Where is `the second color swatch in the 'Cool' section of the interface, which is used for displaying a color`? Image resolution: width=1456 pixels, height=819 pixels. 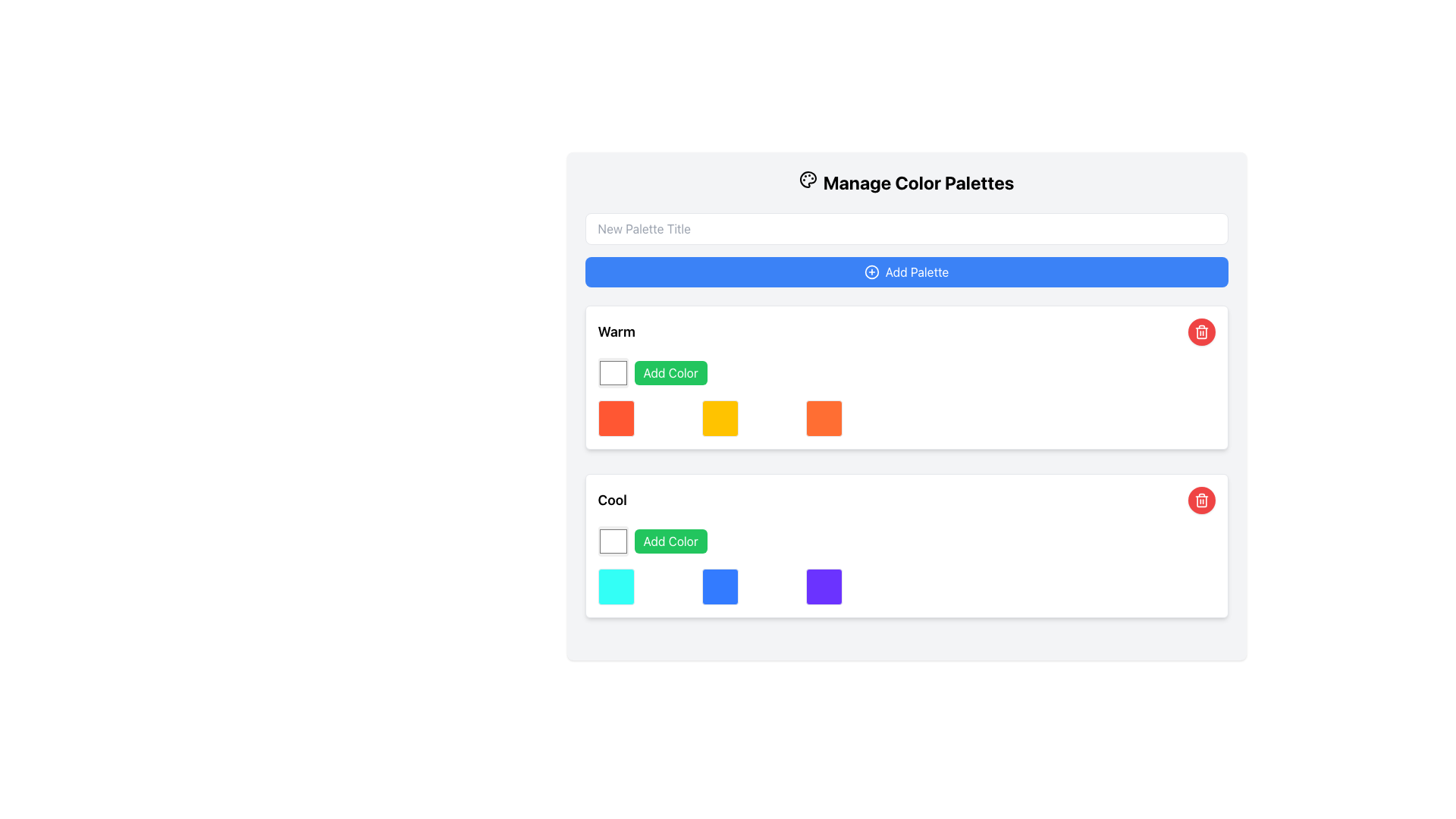
the second color swatch in the 'Cool' section of the interface, which is used for displaying a color is located at coordinates (719, 586).